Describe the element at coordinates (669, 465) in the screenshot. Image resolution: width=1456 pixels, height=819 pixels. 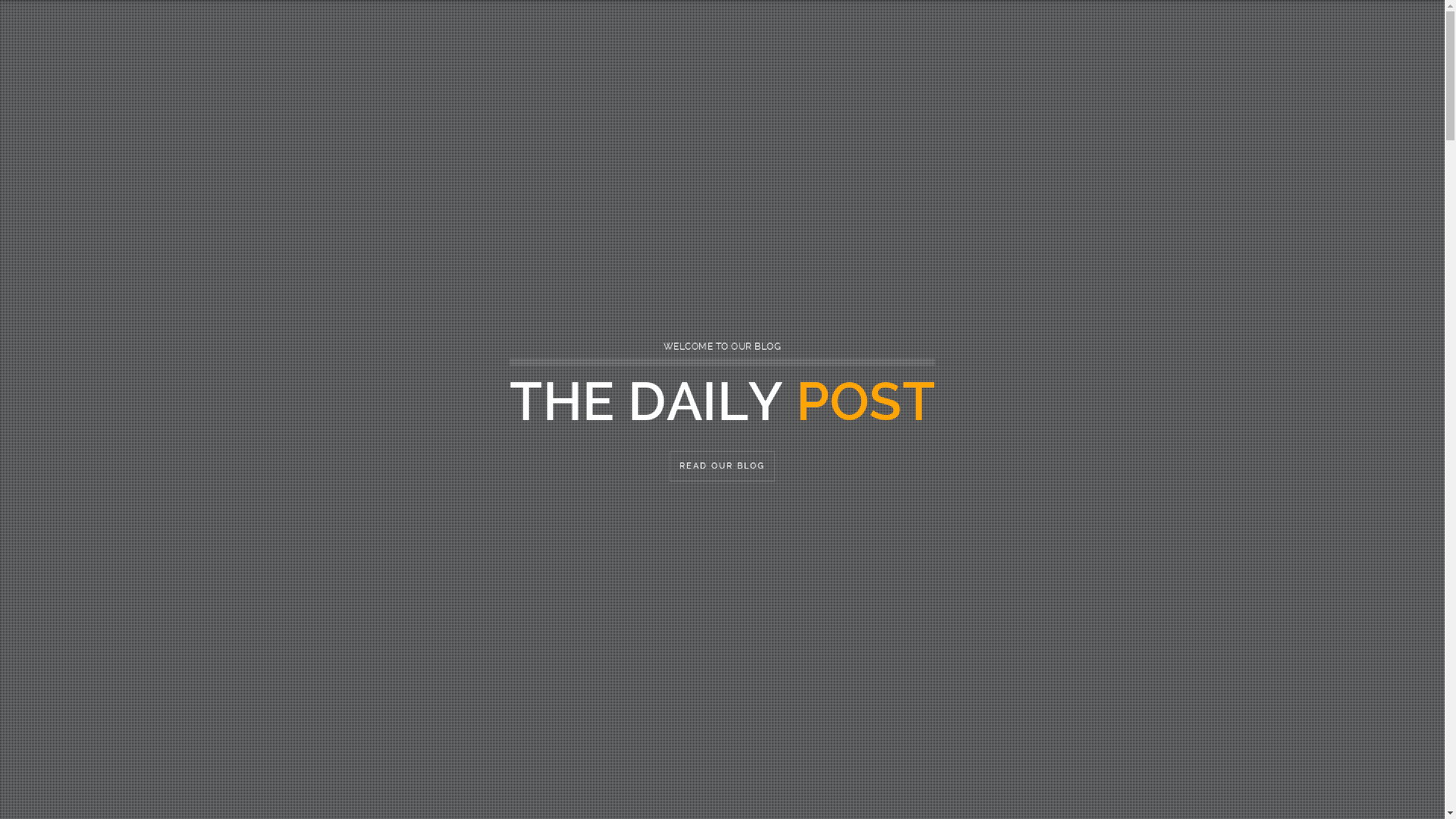
I see `'READ OUR BLOG'` at that location.